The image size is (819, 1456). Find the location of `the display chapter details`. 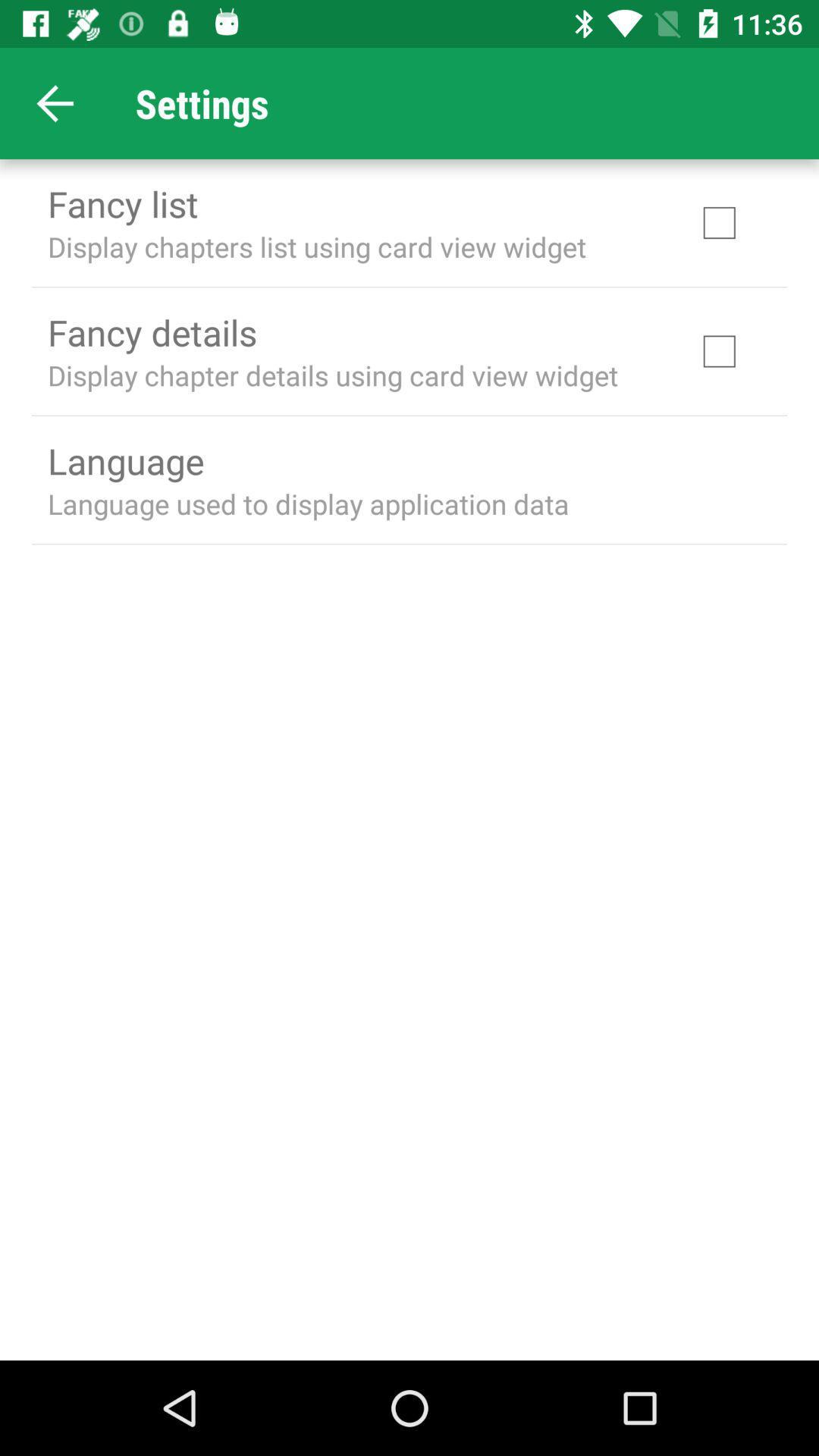

the display chapter details is located at coordinates (332, 375).